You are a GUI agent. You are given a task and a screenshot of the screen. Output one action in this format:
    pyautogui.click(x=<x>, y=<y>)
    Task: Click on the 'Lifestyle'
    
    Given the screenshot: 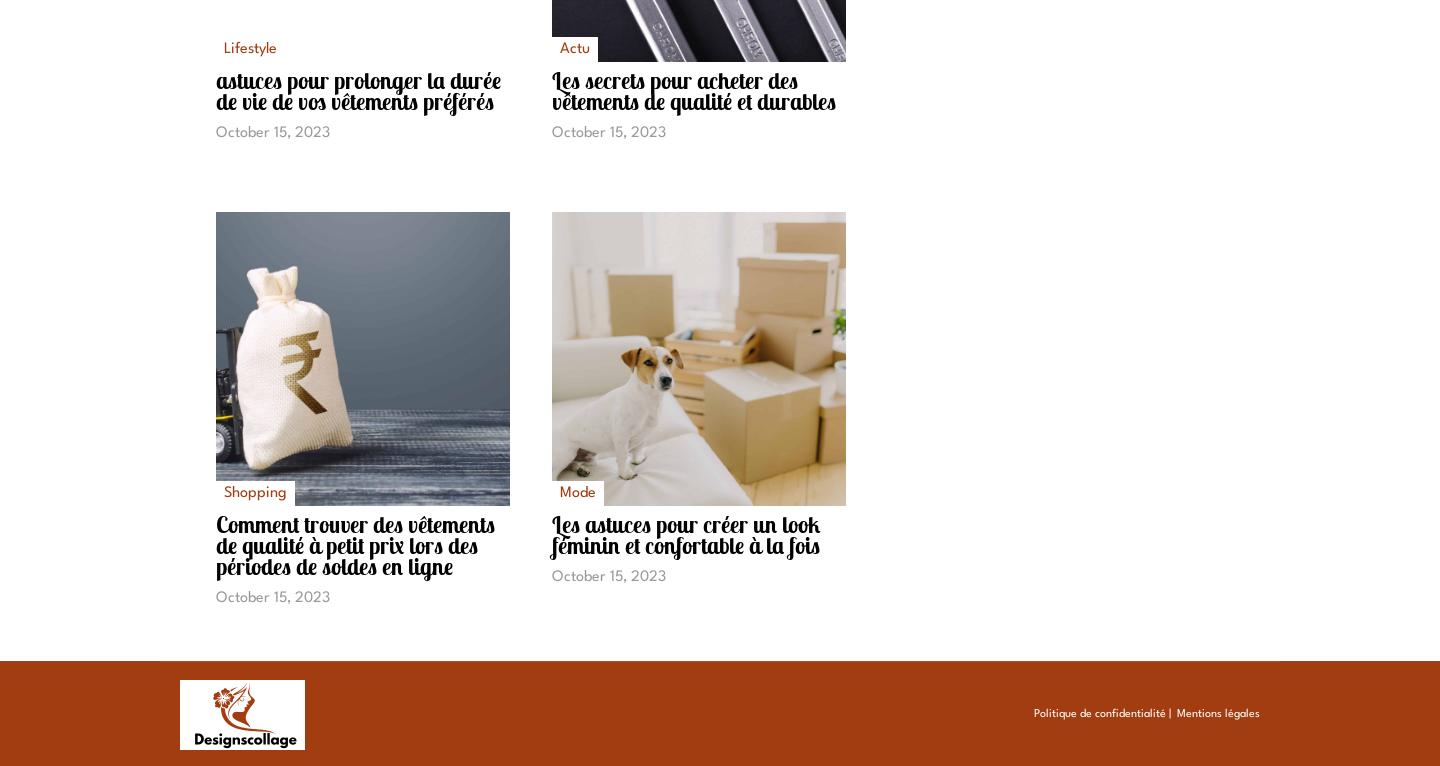 What is the action you would take?
    pyautogui.click(x=249, y=49)
    